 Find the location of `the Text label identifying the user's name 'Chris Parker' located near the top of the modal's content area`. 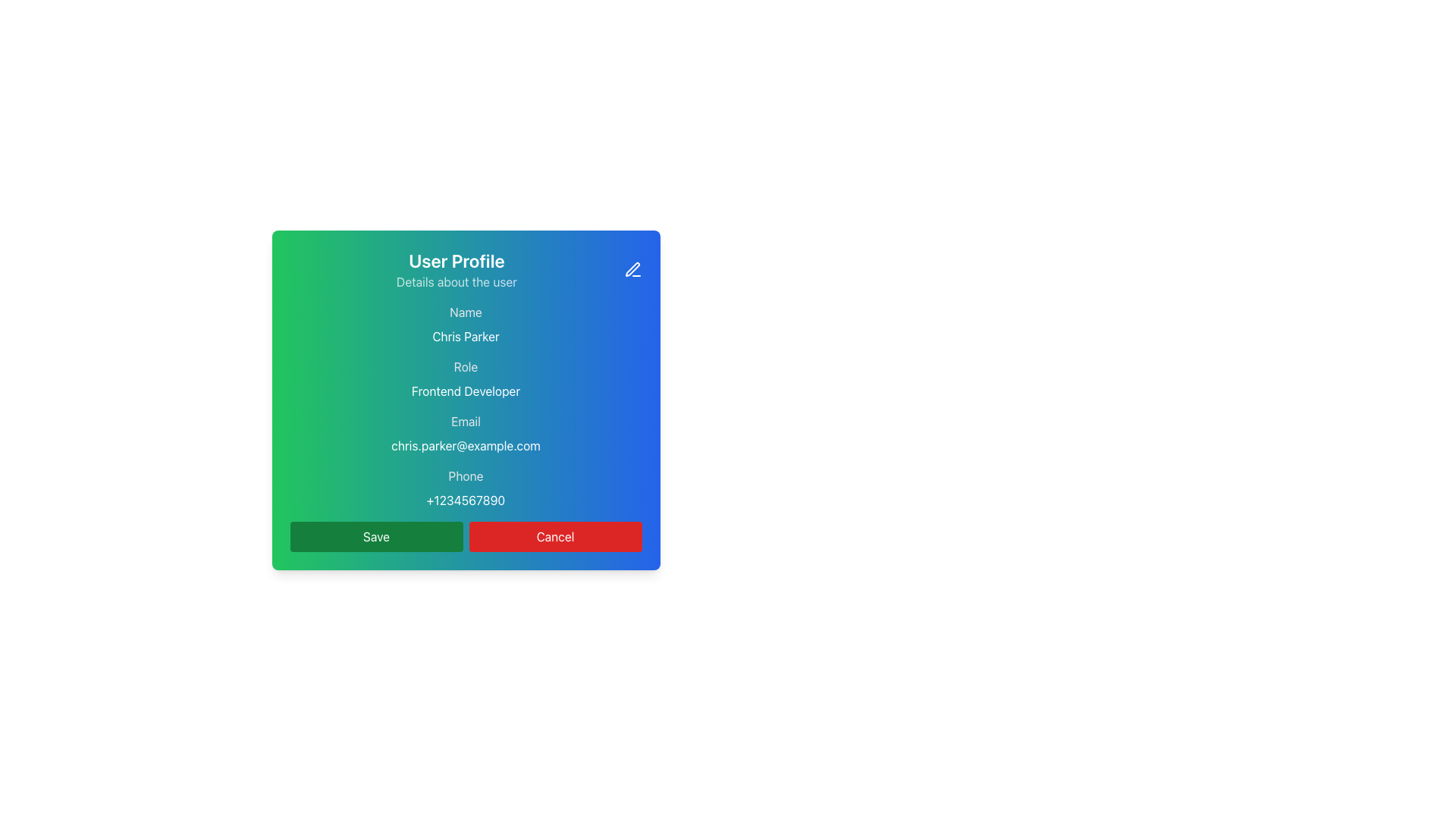

the Text label identifying the user's name 'Chris Parker' located near the top of the modal's content area is located at coordinates (465, 312).